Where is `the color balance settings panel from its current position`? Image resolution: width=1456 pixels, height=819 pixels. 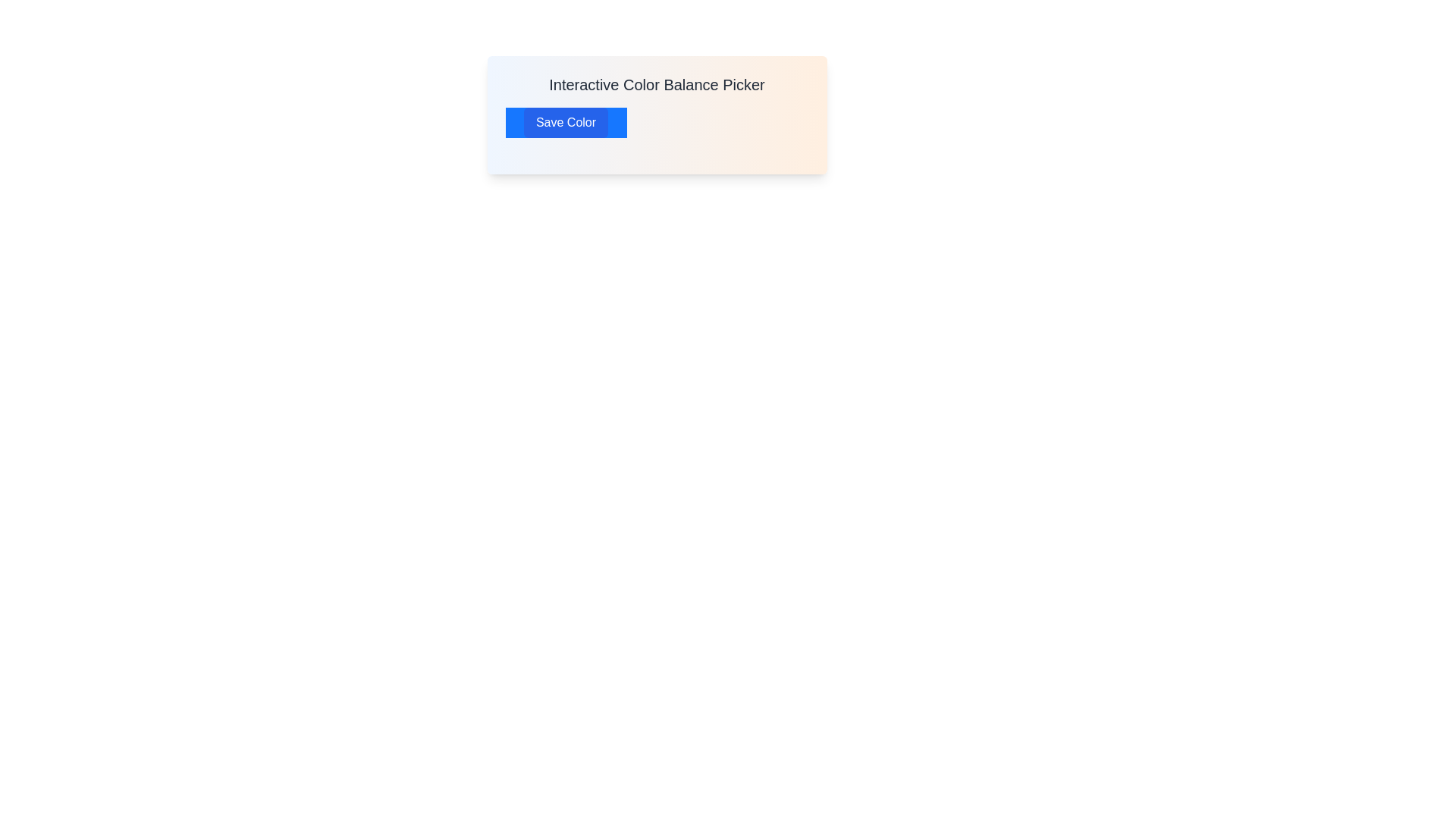
the color balance settings panel from its current position is located at coordinates (657, 114).